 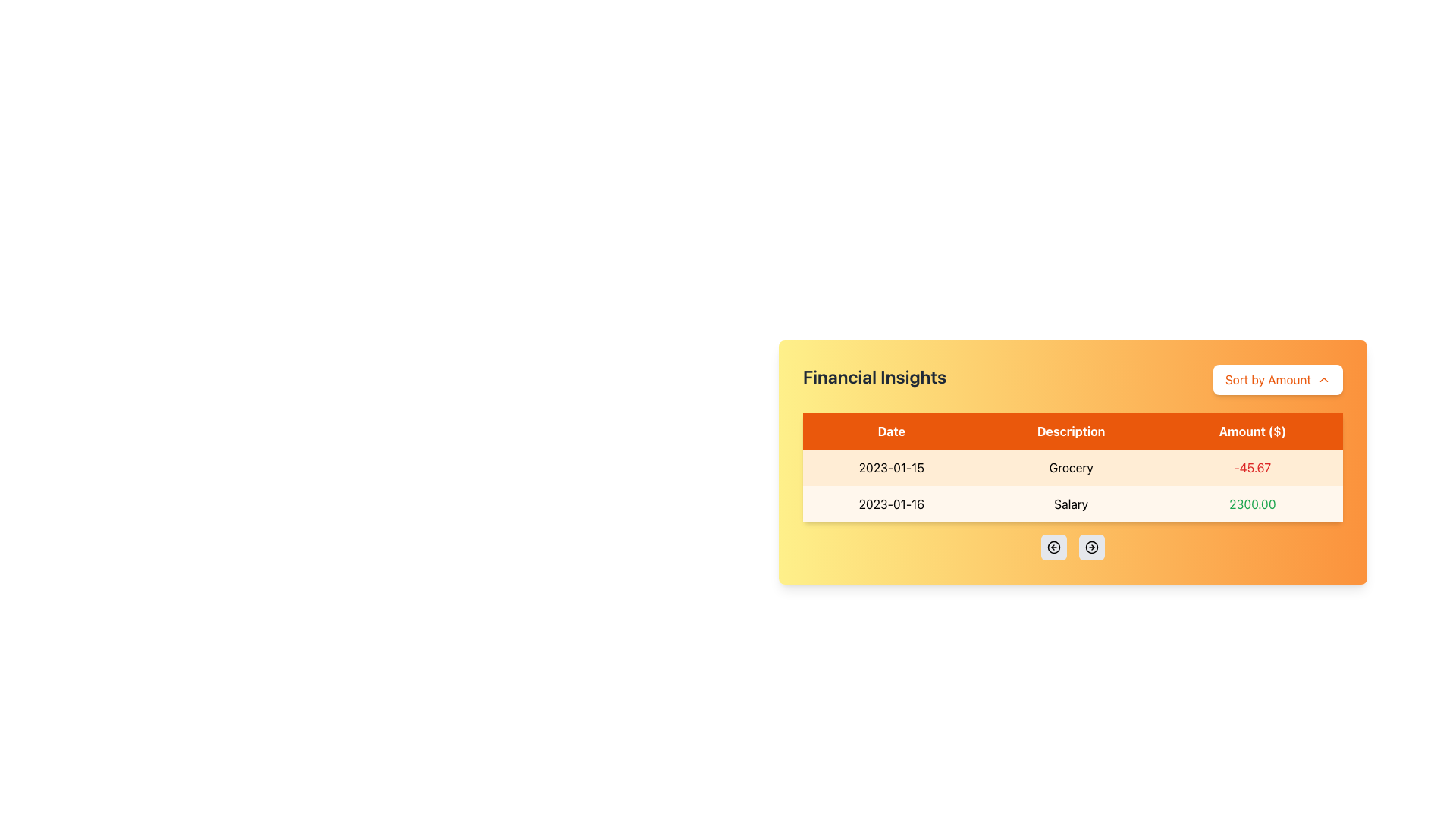 I want to click on text content from the Text Display element located in the second column of the table under the 'Description' header, which is horizontally centered between the adjacent cells containing '2023-01-15' and '-45.67', so click(x=1070, y=467).